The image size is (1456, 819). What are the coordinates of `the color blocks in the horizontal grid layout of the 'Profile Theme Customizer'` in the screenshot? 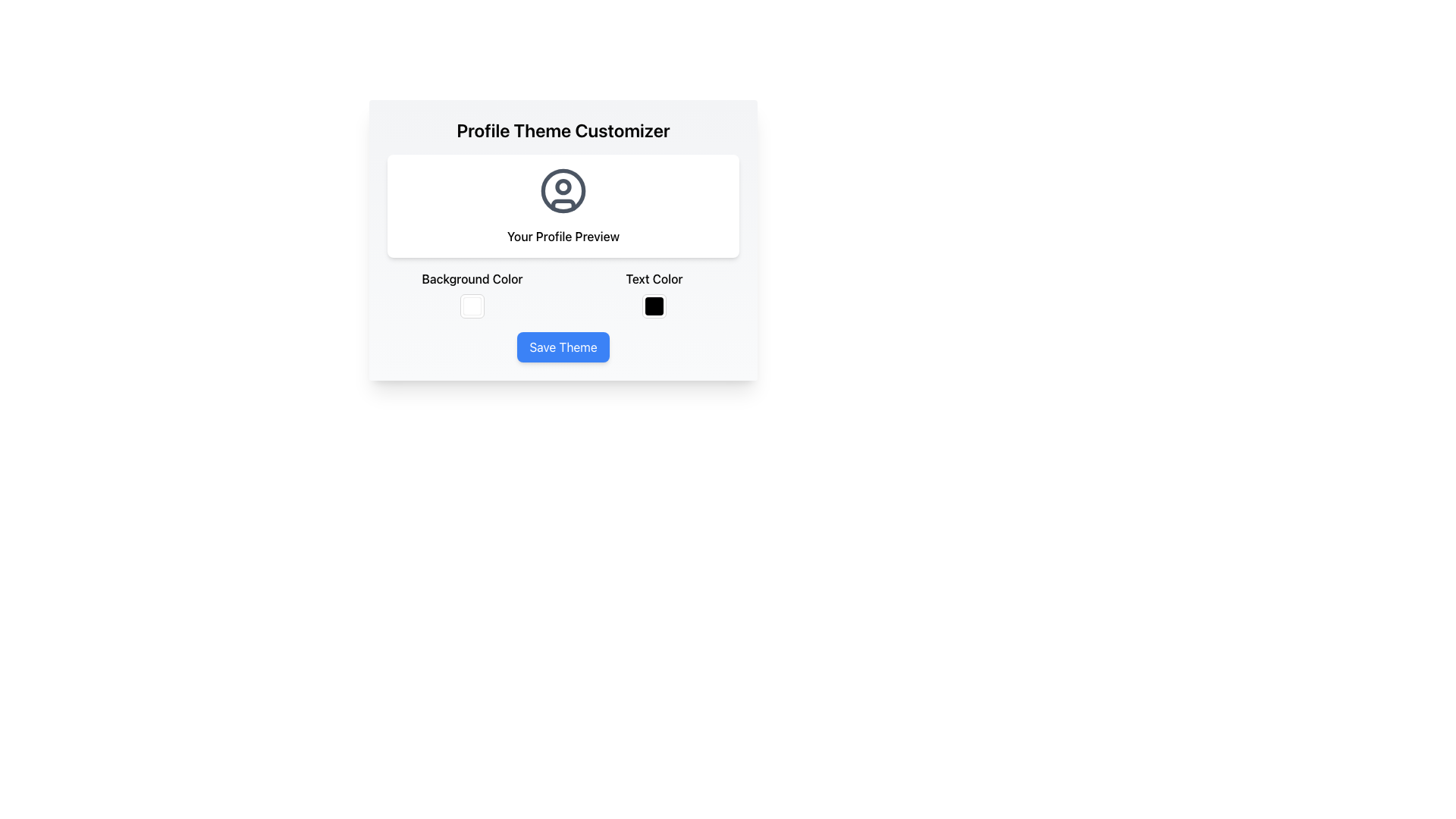 It's located at (563, 295).